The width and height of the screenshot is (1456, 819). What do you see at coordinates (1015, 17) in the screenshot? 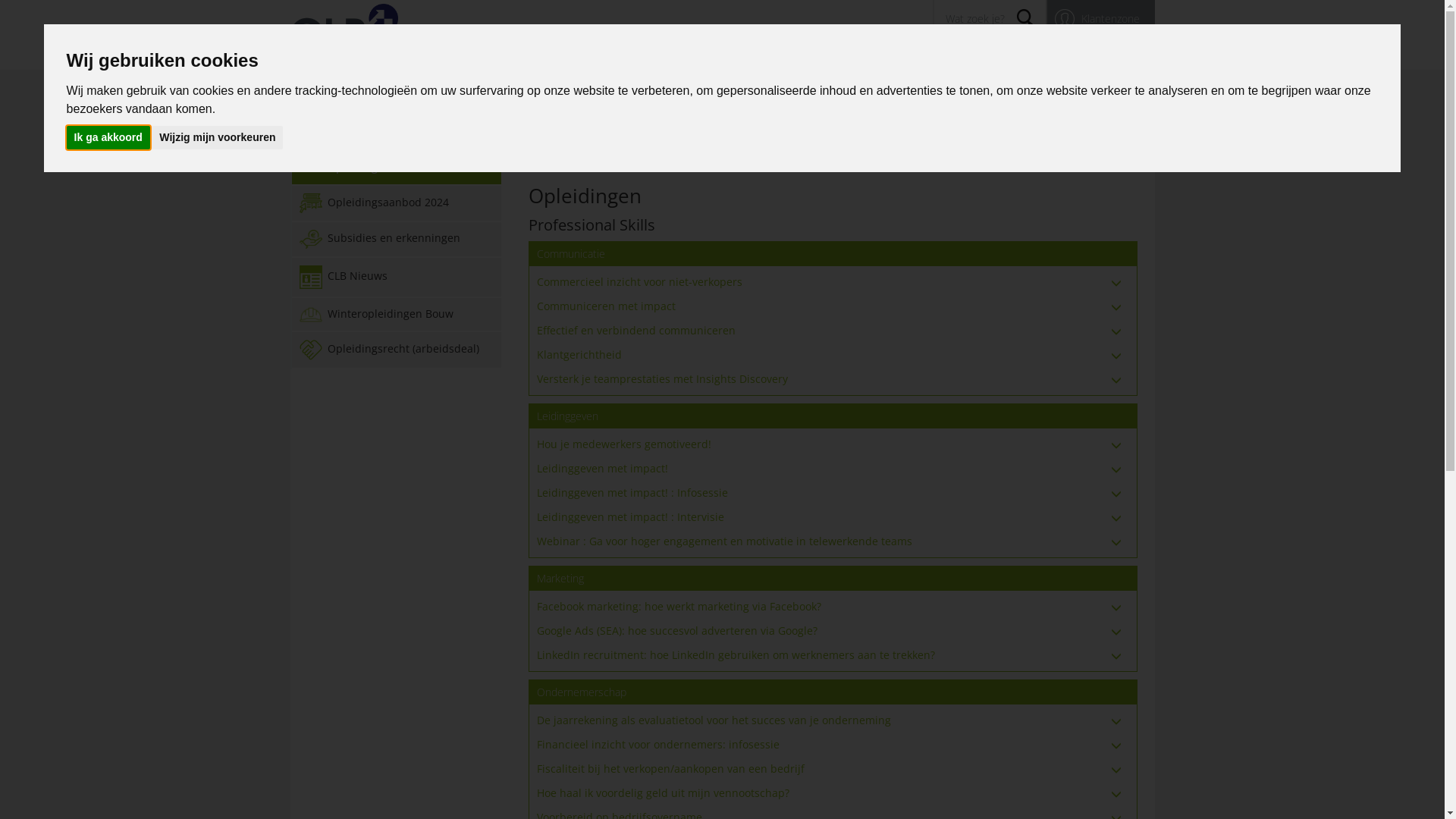
I see `'Search'` at bounding box center [1015, 17].